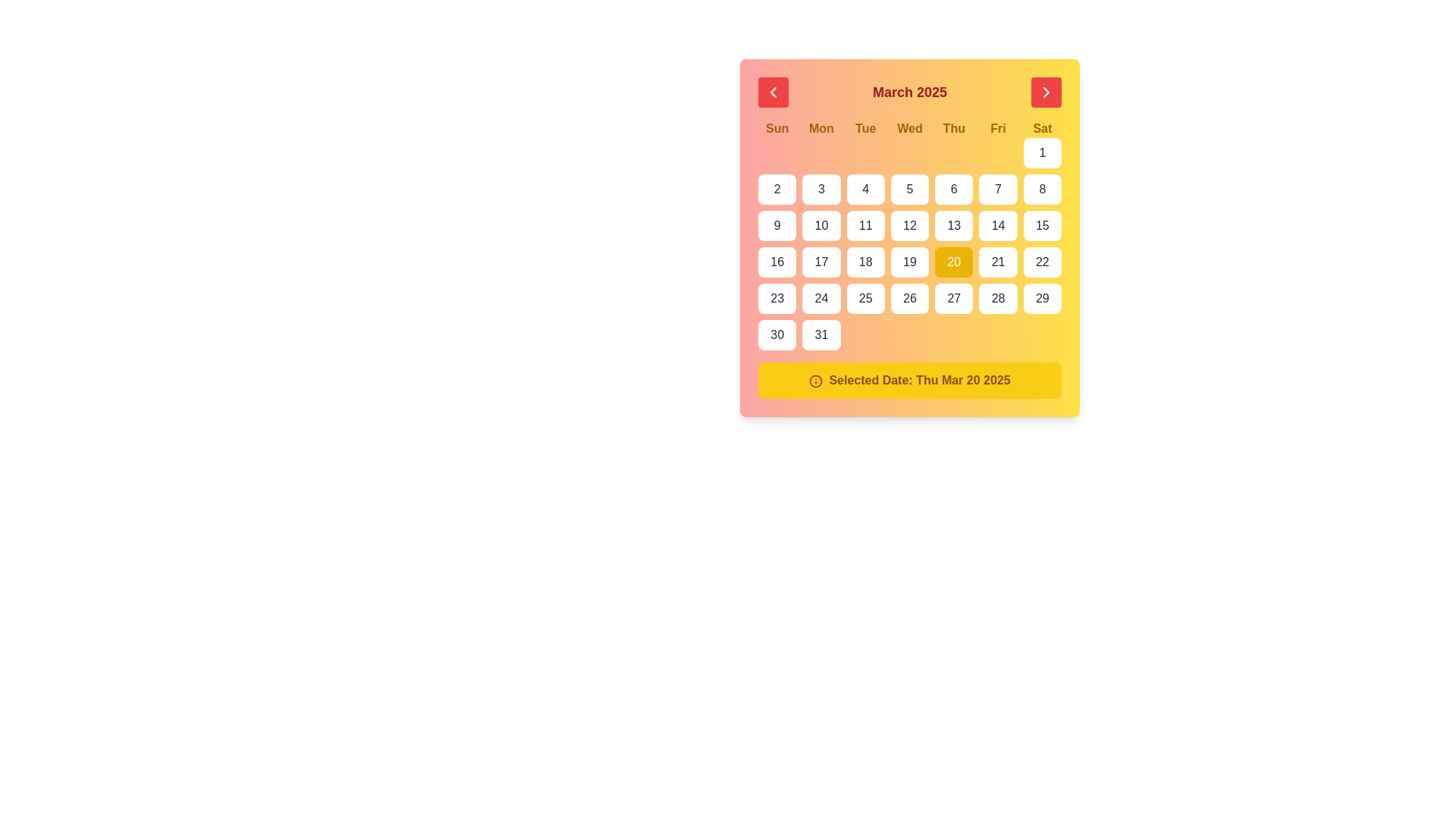  What do you see at coordinates (910, 127) in the screenshot?
I see `the label representing 'Wed' in the calendar header, which is the fourth item between 'Tue' and 'Thu'` at bounding box center [910, 127].